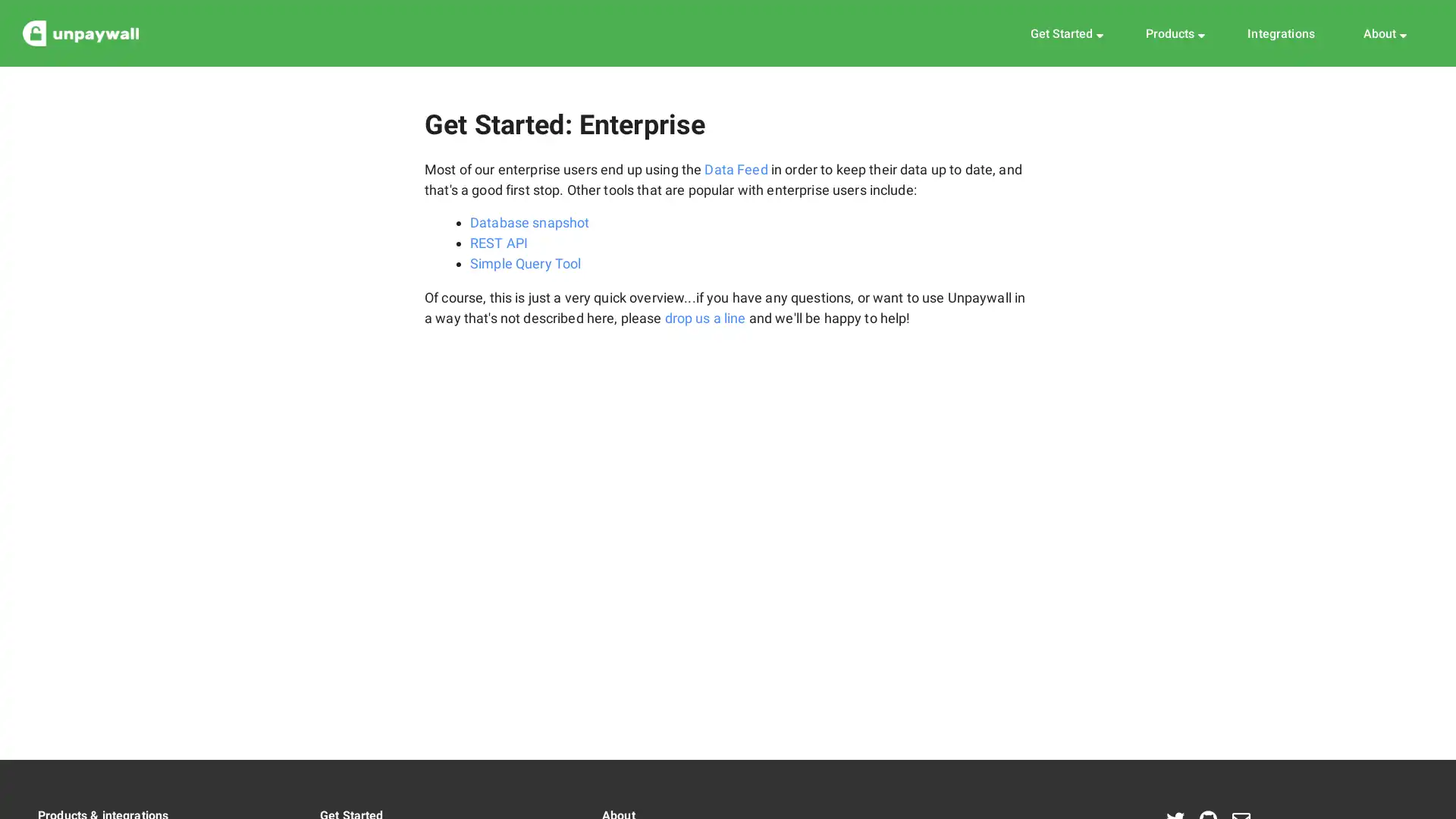 The image size is (1456, 819). What do you see at coordinates (1175, 33) in the screenshot?
I see `Products` at bounding box center [1175, 33].